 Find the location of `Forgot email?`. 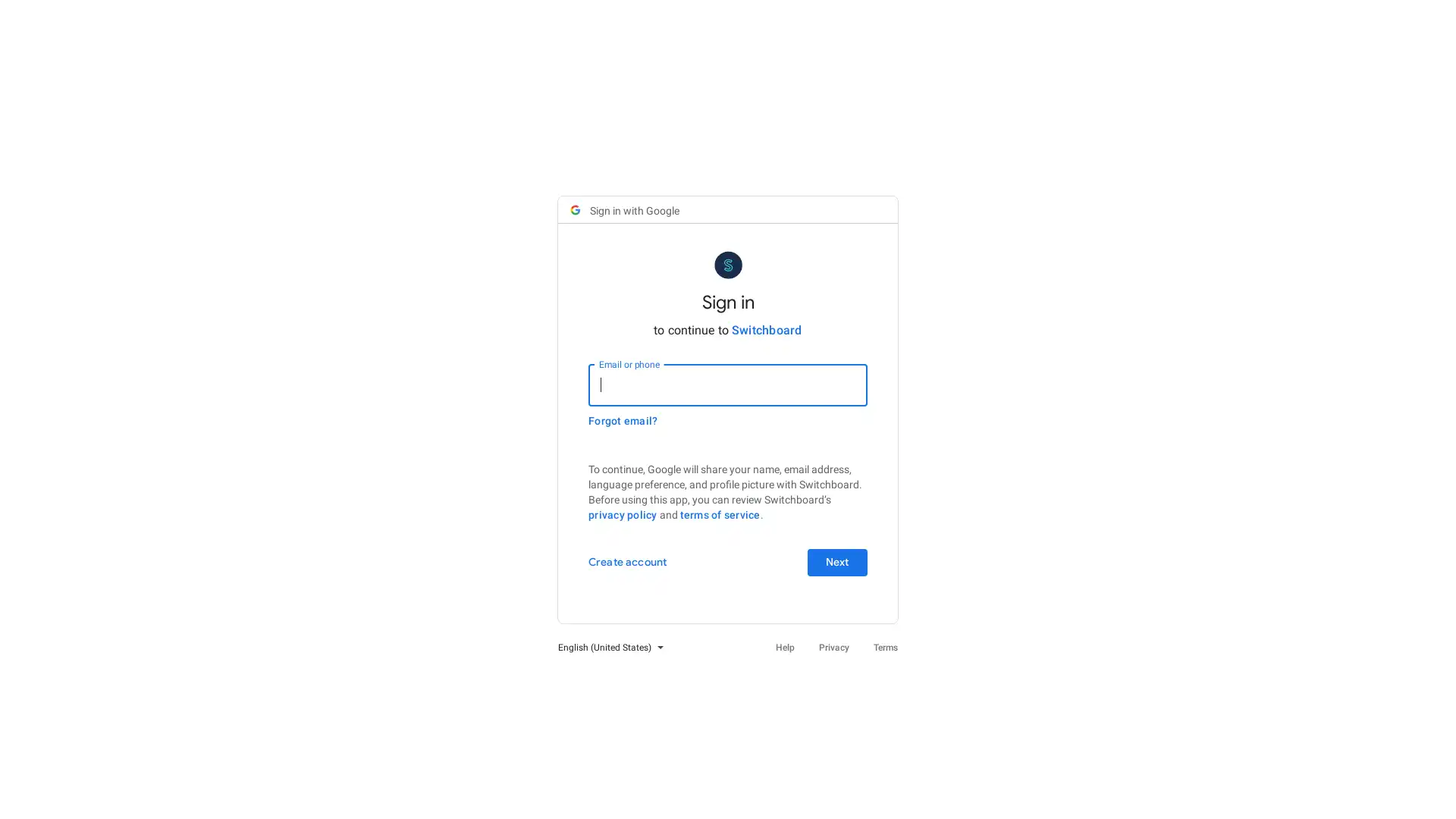

Forgot email? is located at coordinates (623, 420).